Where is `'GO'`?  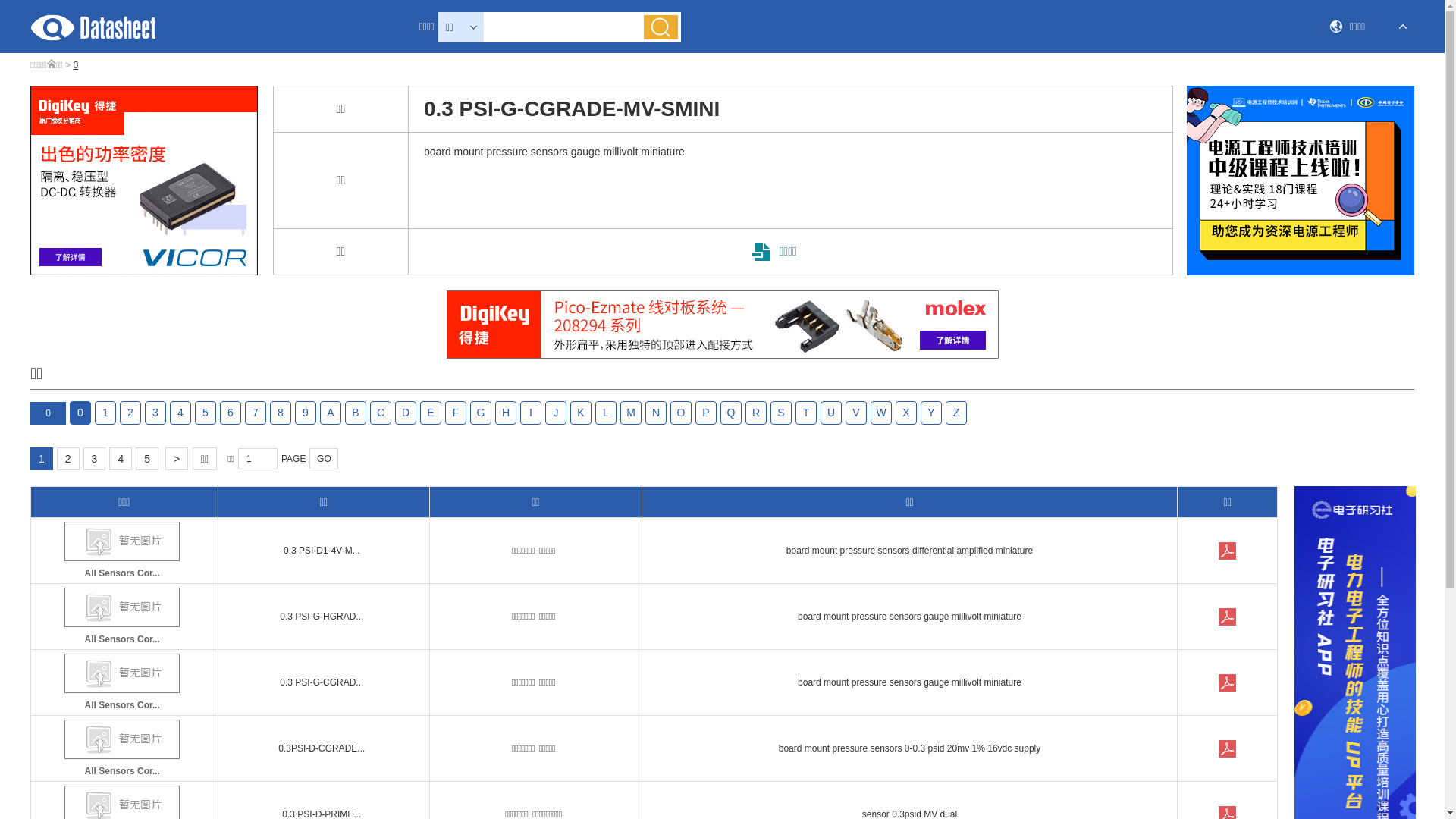 'GO' is located at coordinates (323, 458).